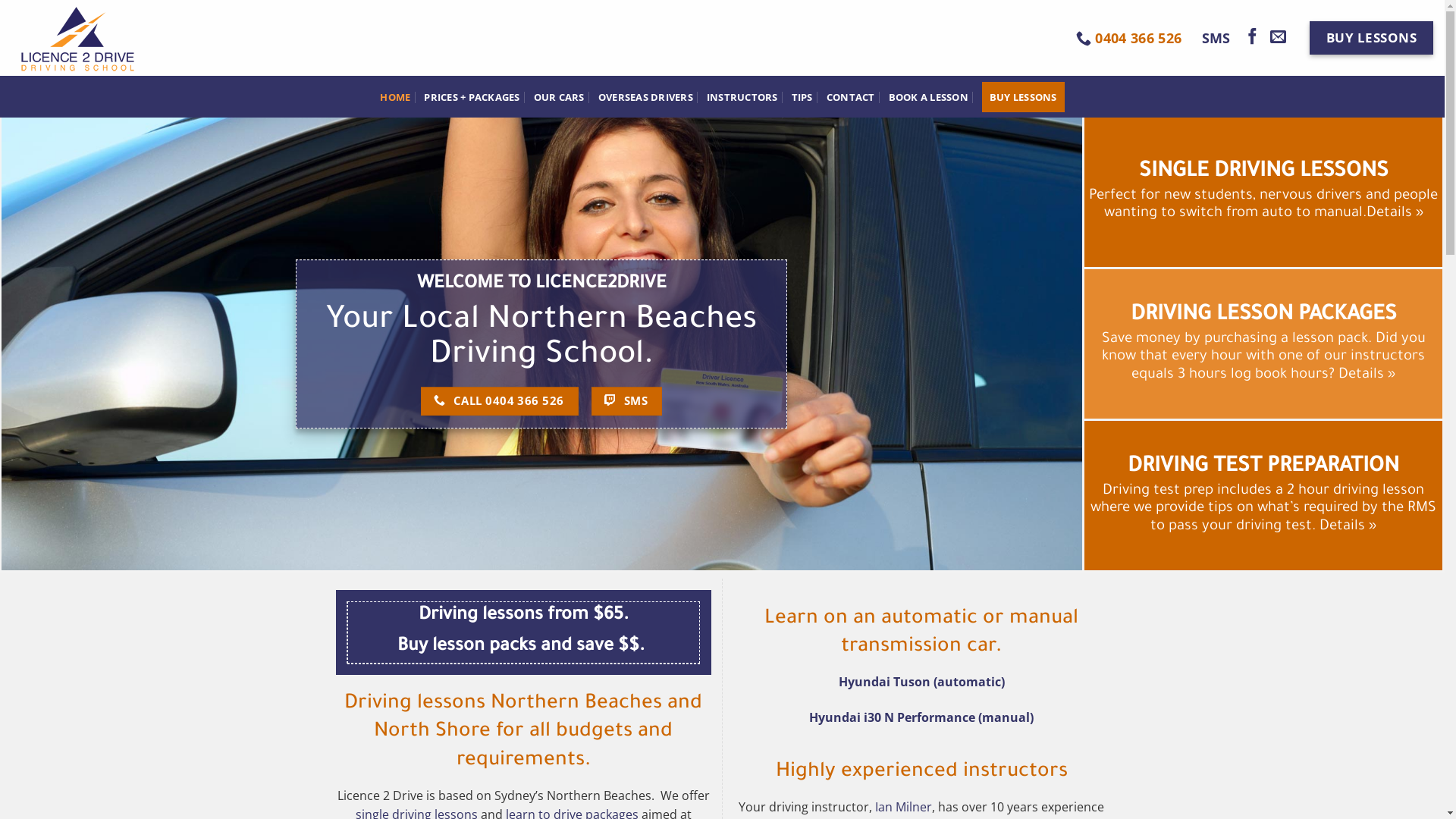 The height and width of the screenshot is (819, 1456). Describe the element at coordinates (801, 96) in the screenshot. I see `'TIPS'` at that location.